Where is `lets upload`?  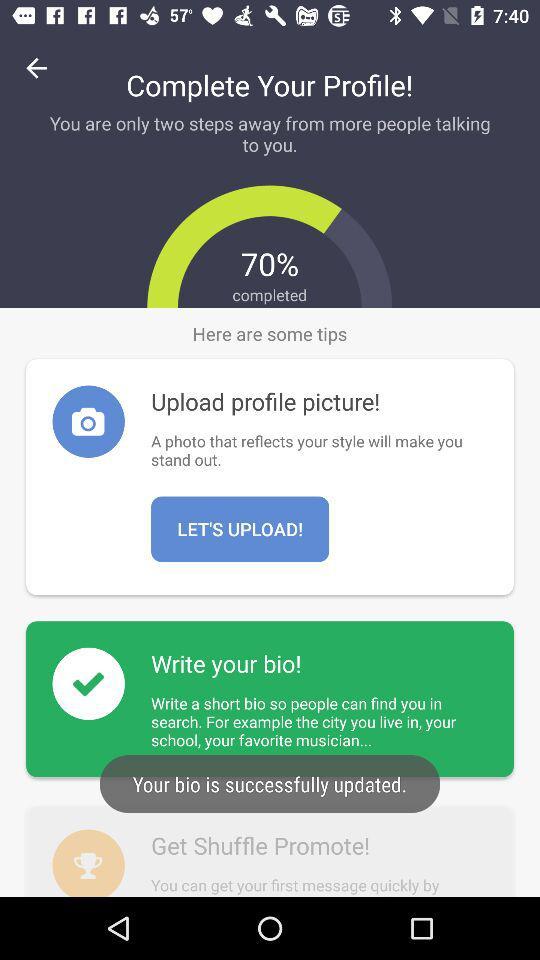 lets upload is located at coordinates (239, 528).